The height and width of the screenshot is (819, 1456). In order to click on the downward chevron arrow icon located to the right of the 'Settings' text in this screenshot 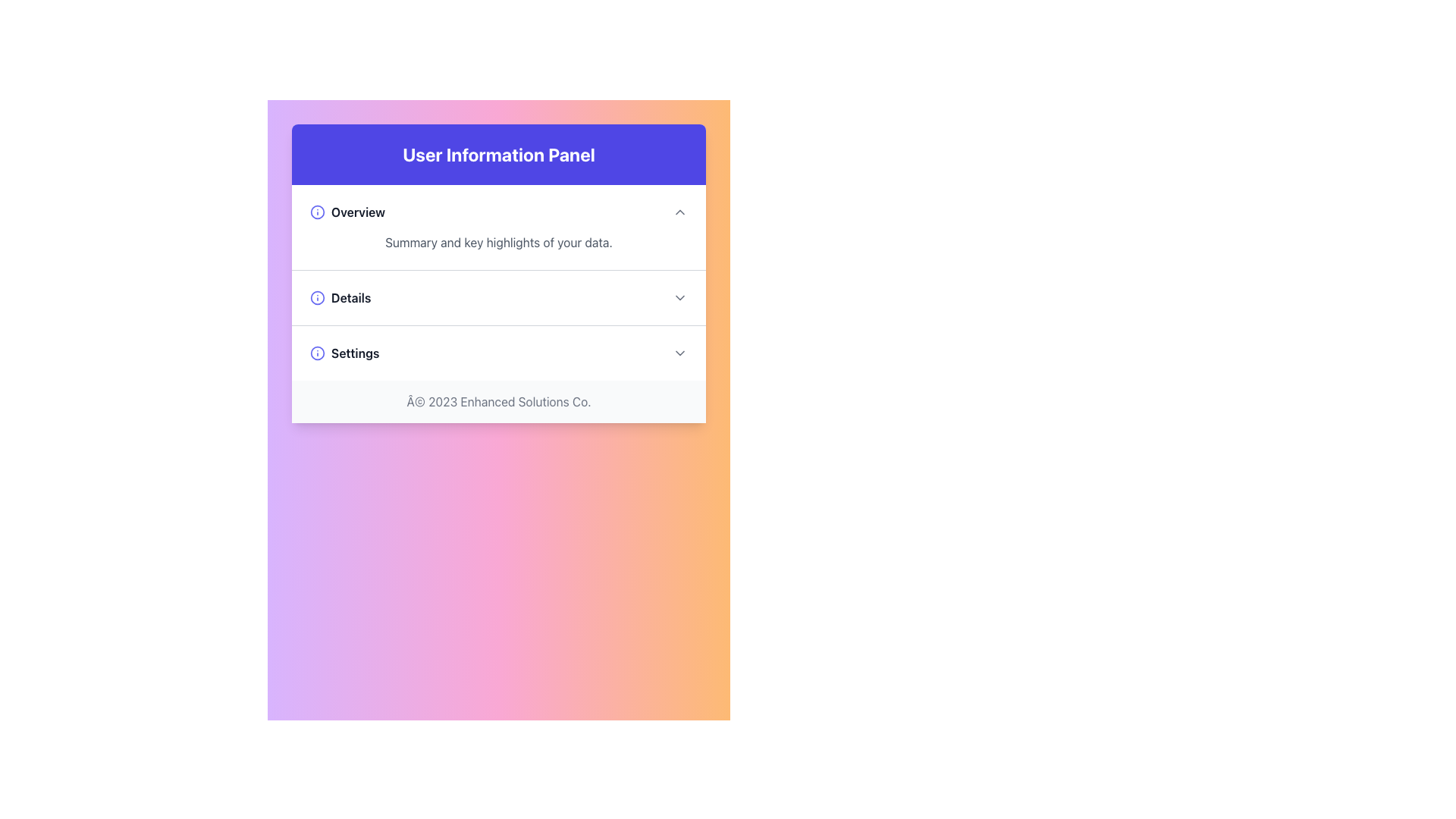, I will do `click(679, 353)`.